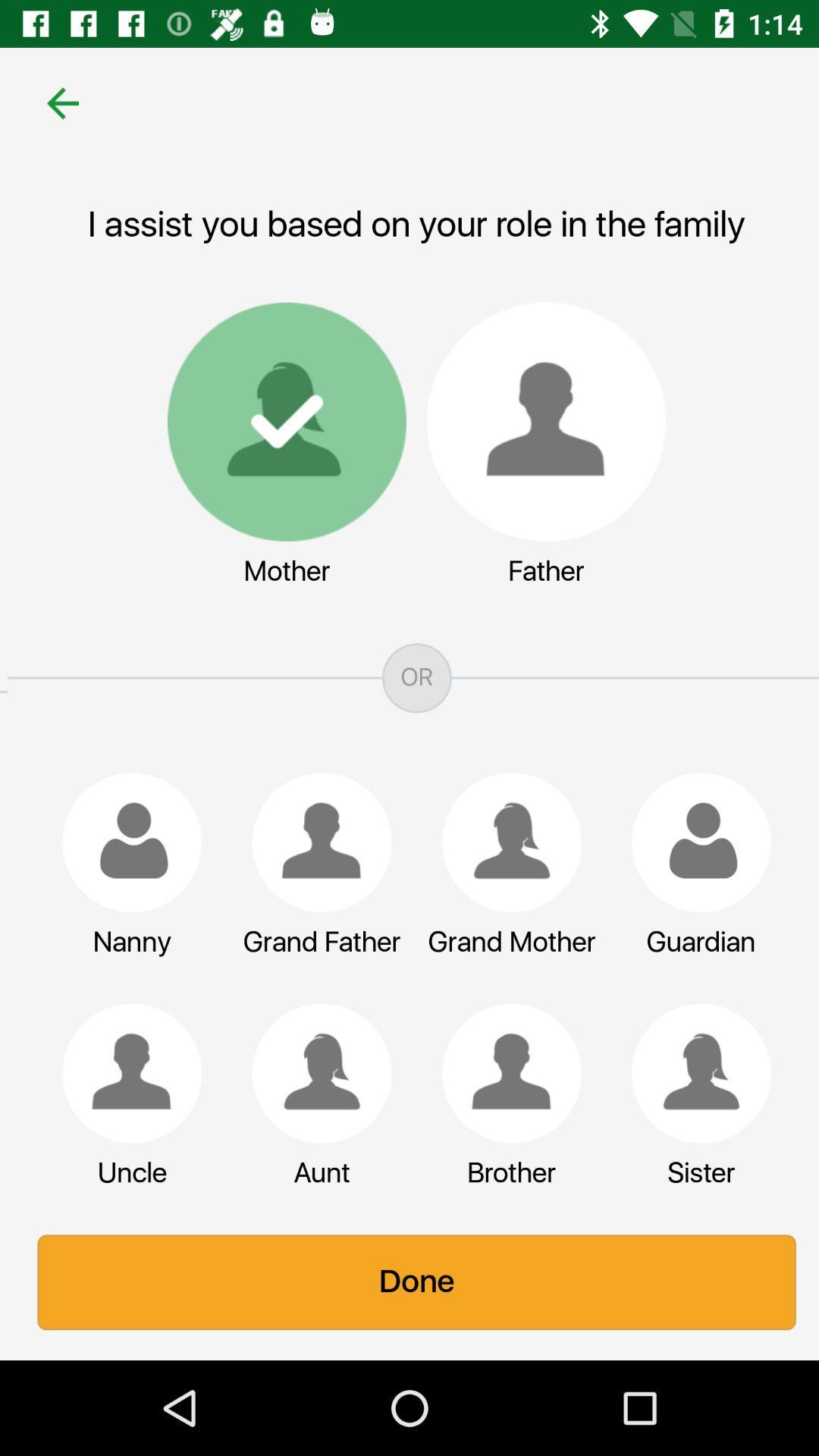 This screenshot has height=1456, width=819. What do you see at coordinates (314, 1072) in the screenshot?
I see `icon above the aunt` at bounding box center [314, 1072].